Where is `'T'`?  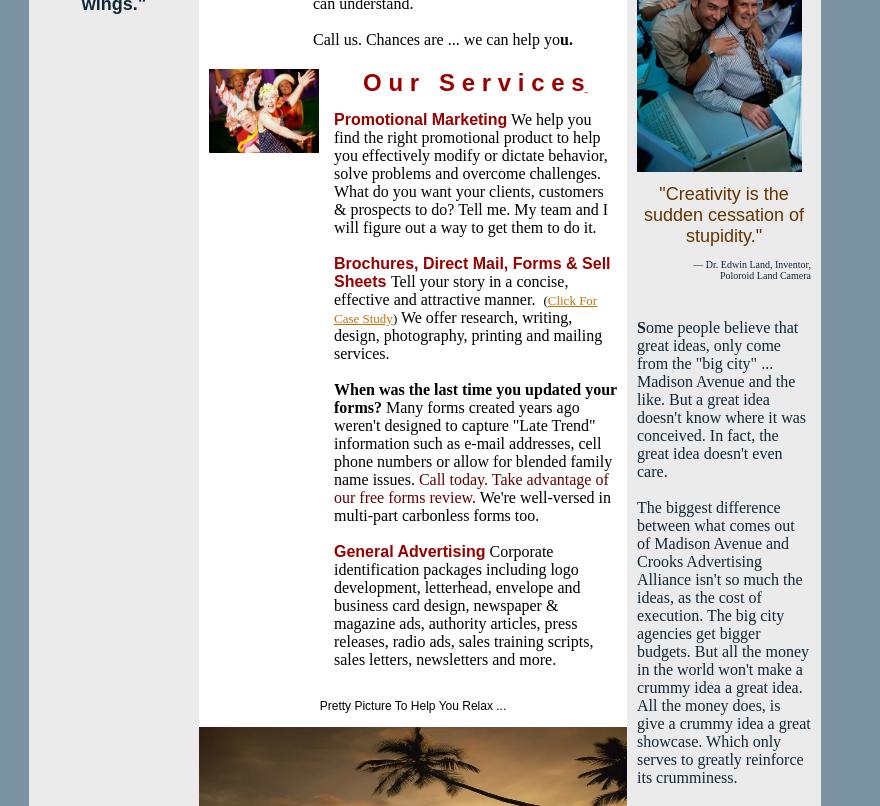
'T' is located at coordinates (393, 281).